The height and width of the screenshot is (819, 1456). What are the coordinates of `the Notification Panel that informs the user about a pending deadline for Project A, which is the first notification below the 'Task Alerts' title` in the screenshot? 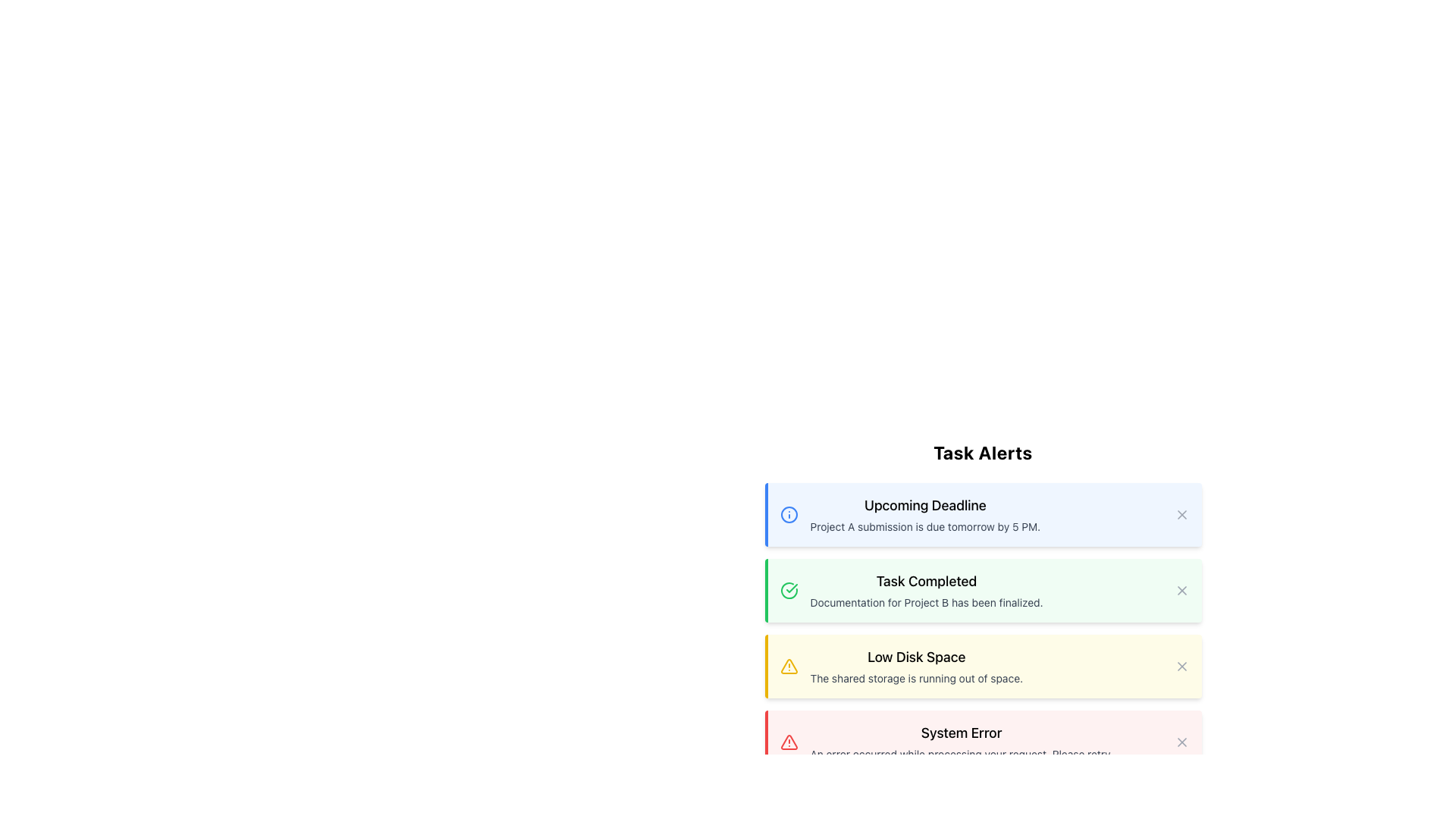 It's located at (983, 513).